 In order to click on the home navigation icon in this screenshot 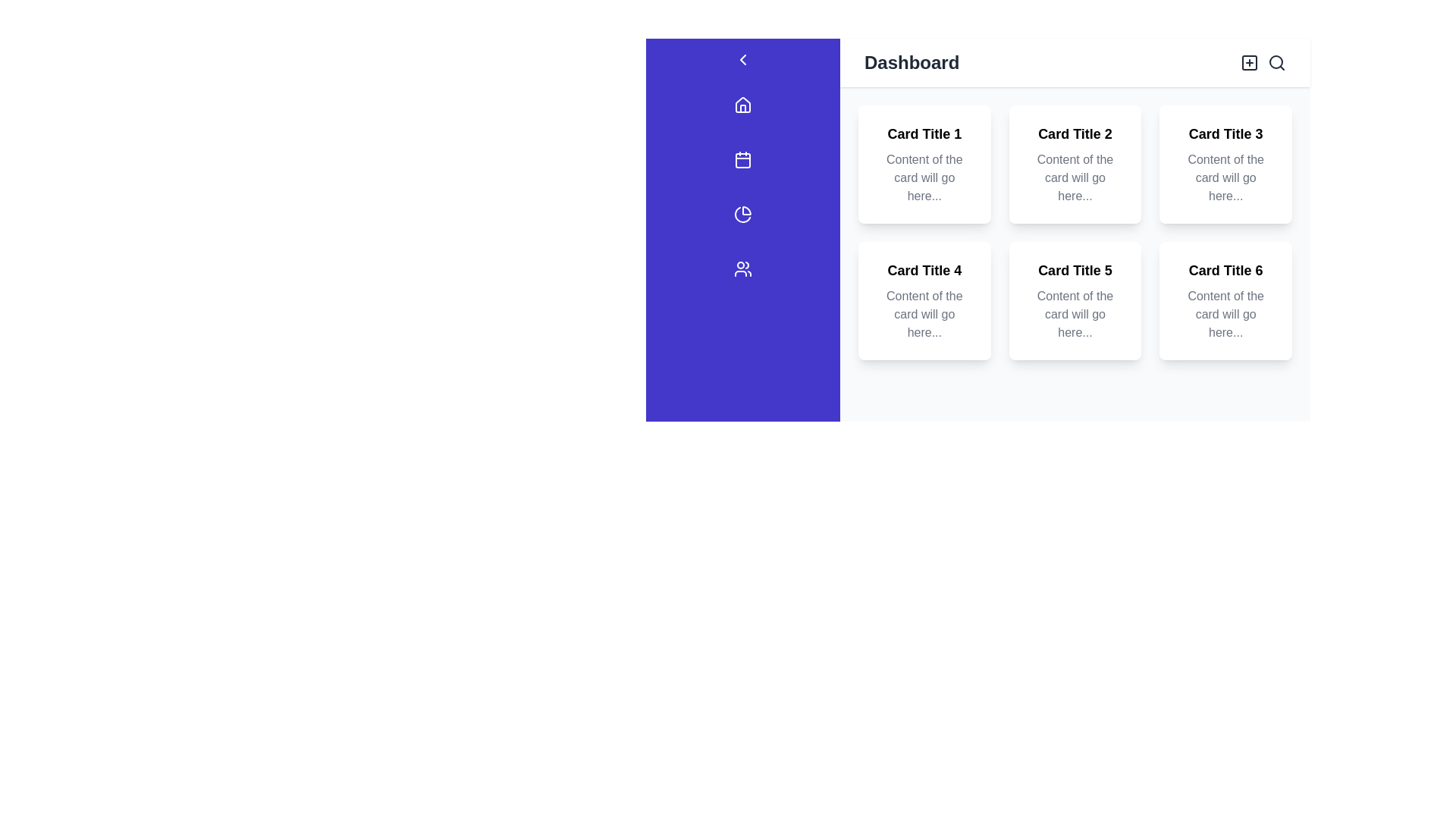, I will do `click(742, 108)`.